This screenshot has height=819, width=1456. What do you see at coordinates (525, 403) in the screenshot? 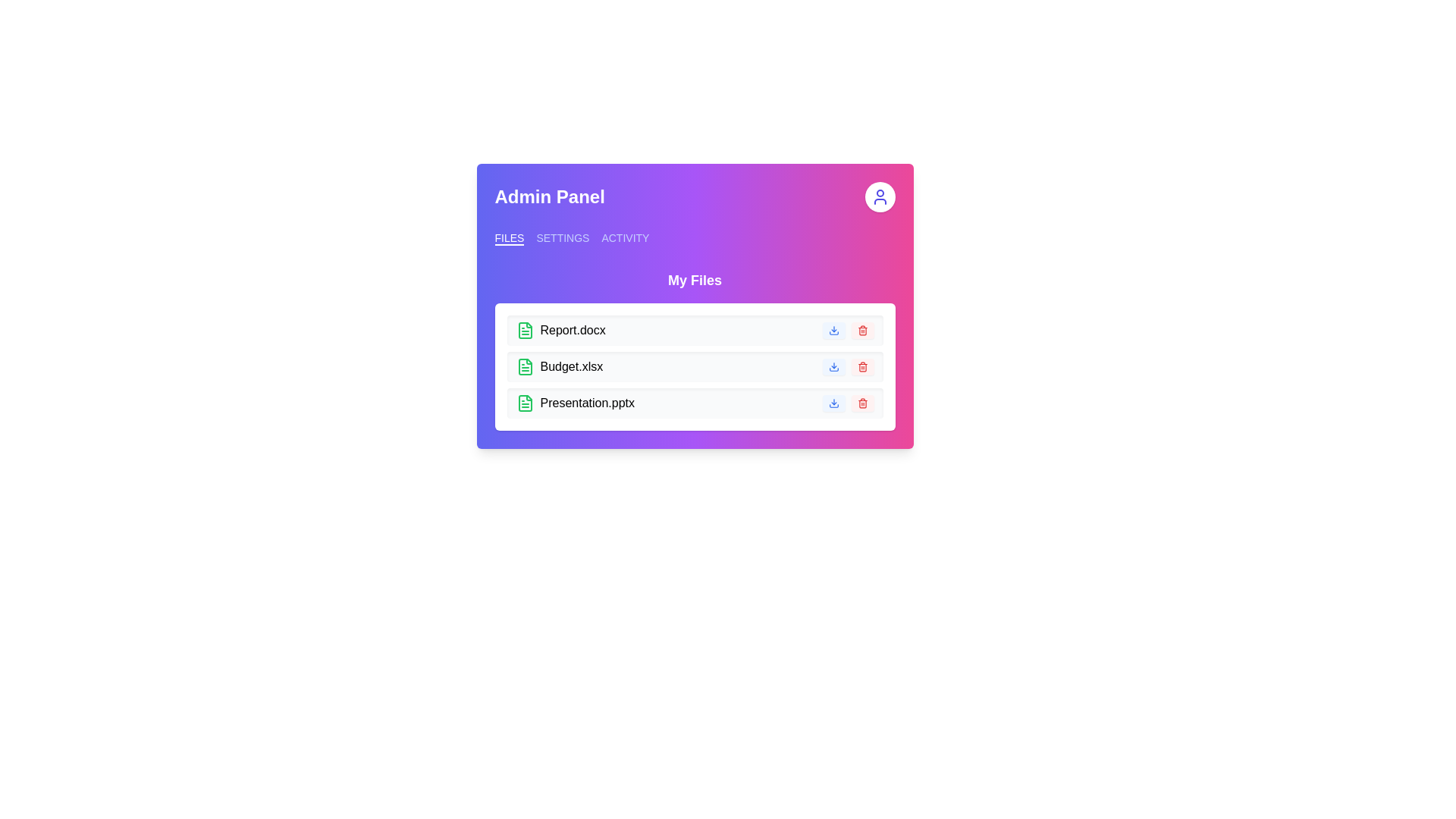
I see `the small file document icon with a green border located at the beginning of the list item labeled 'Presentation.pptx' on the third line` at bounding box center [525, 403].